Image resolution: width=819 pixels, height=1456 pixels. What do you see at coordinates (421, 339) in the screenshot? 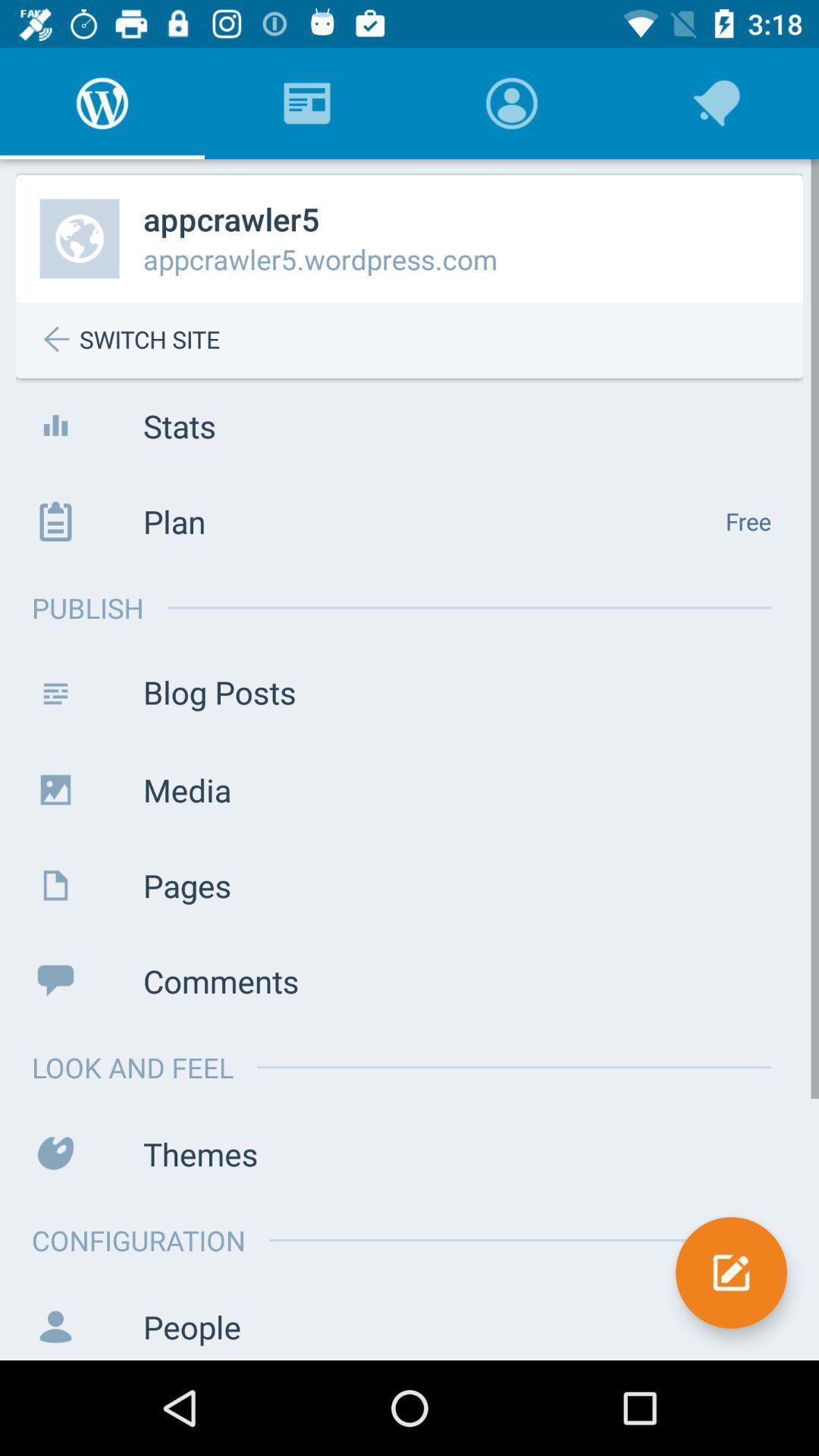
I see `the switch site` at bounding box center [421, 339].